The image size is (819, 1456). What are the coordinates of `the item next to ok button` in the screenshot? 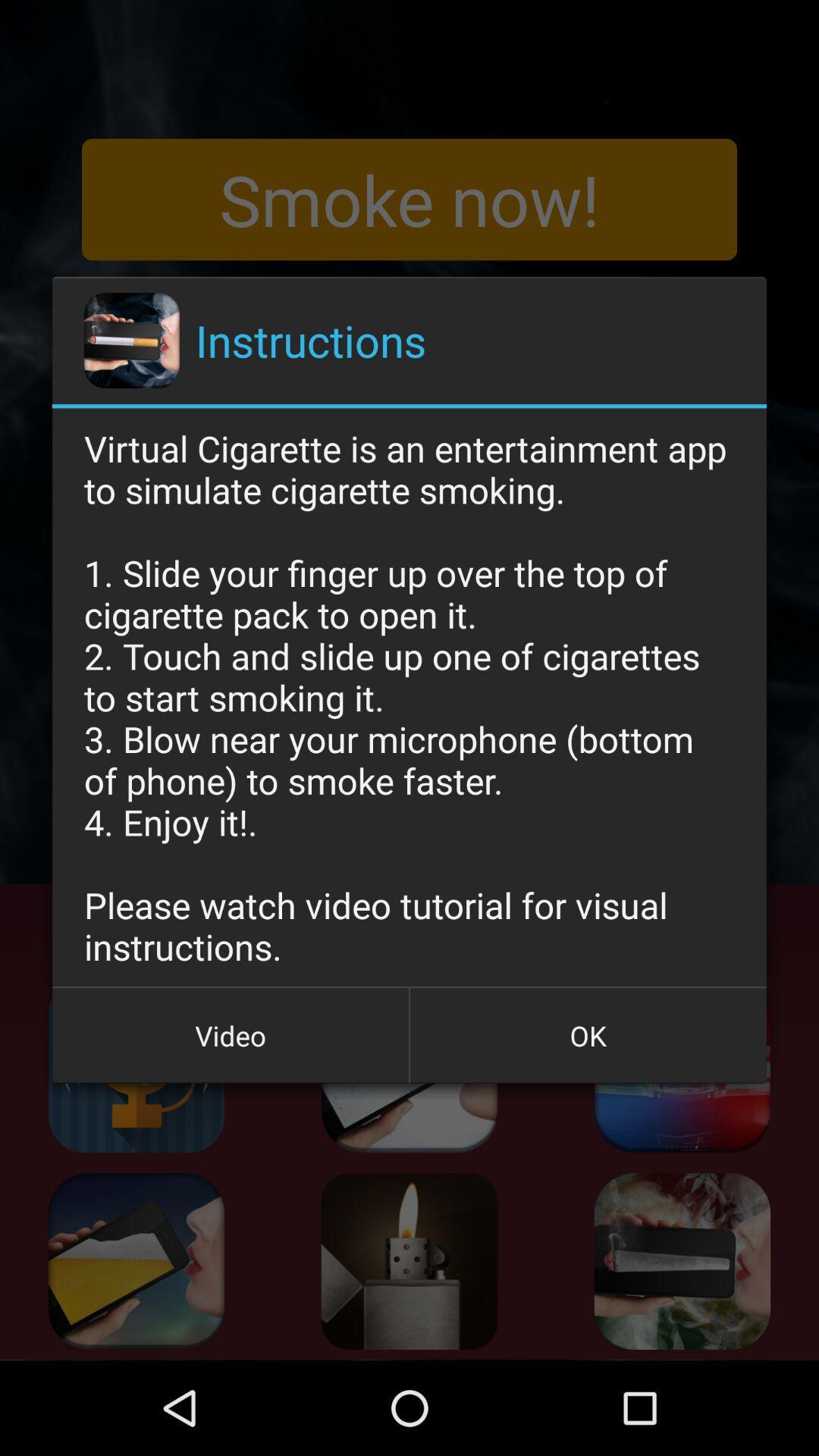 It's located at (231, 1034).